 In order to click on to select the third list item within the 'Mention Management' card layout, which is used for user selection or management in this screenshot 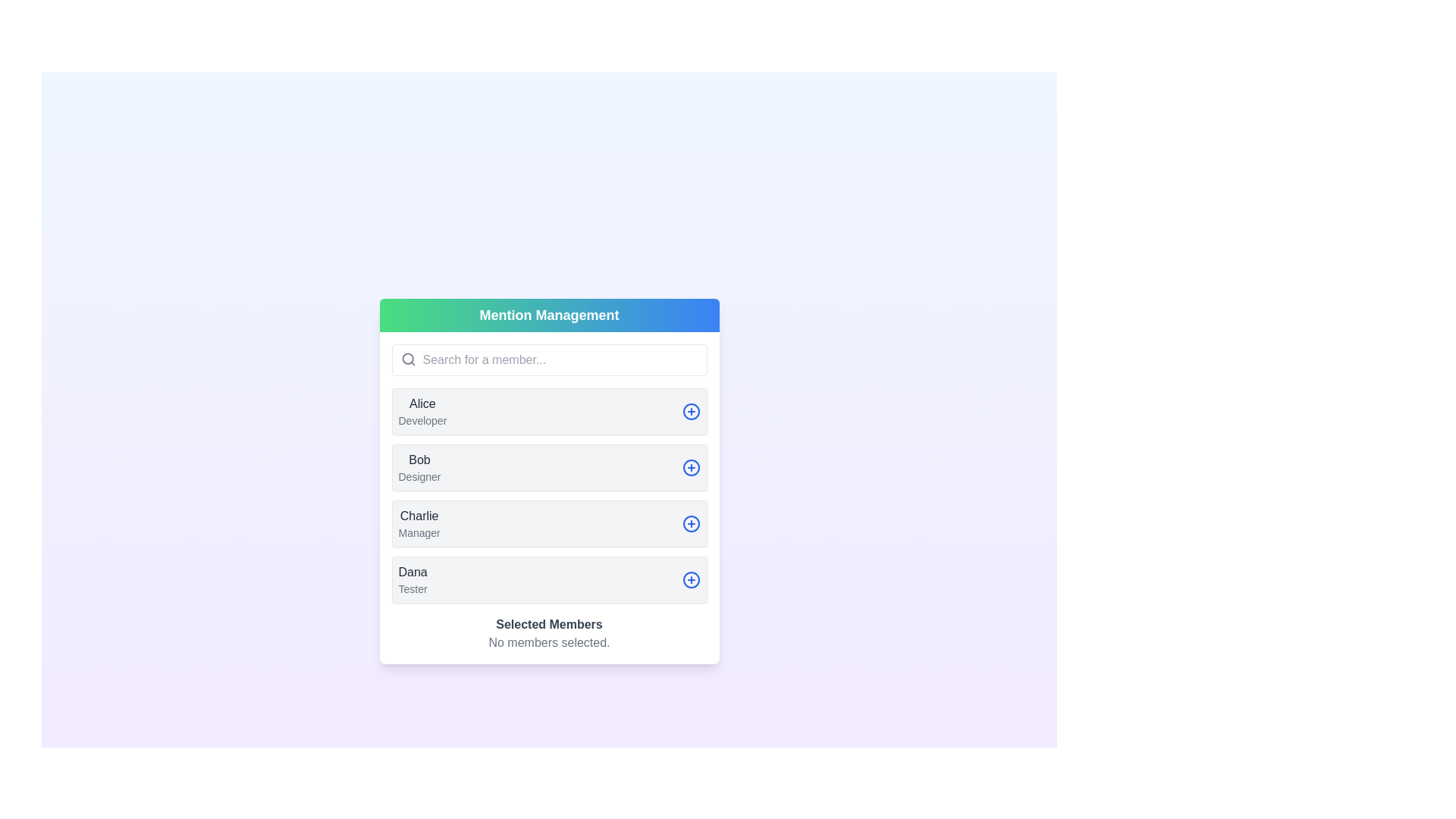, I will do `click(548, 497)`.